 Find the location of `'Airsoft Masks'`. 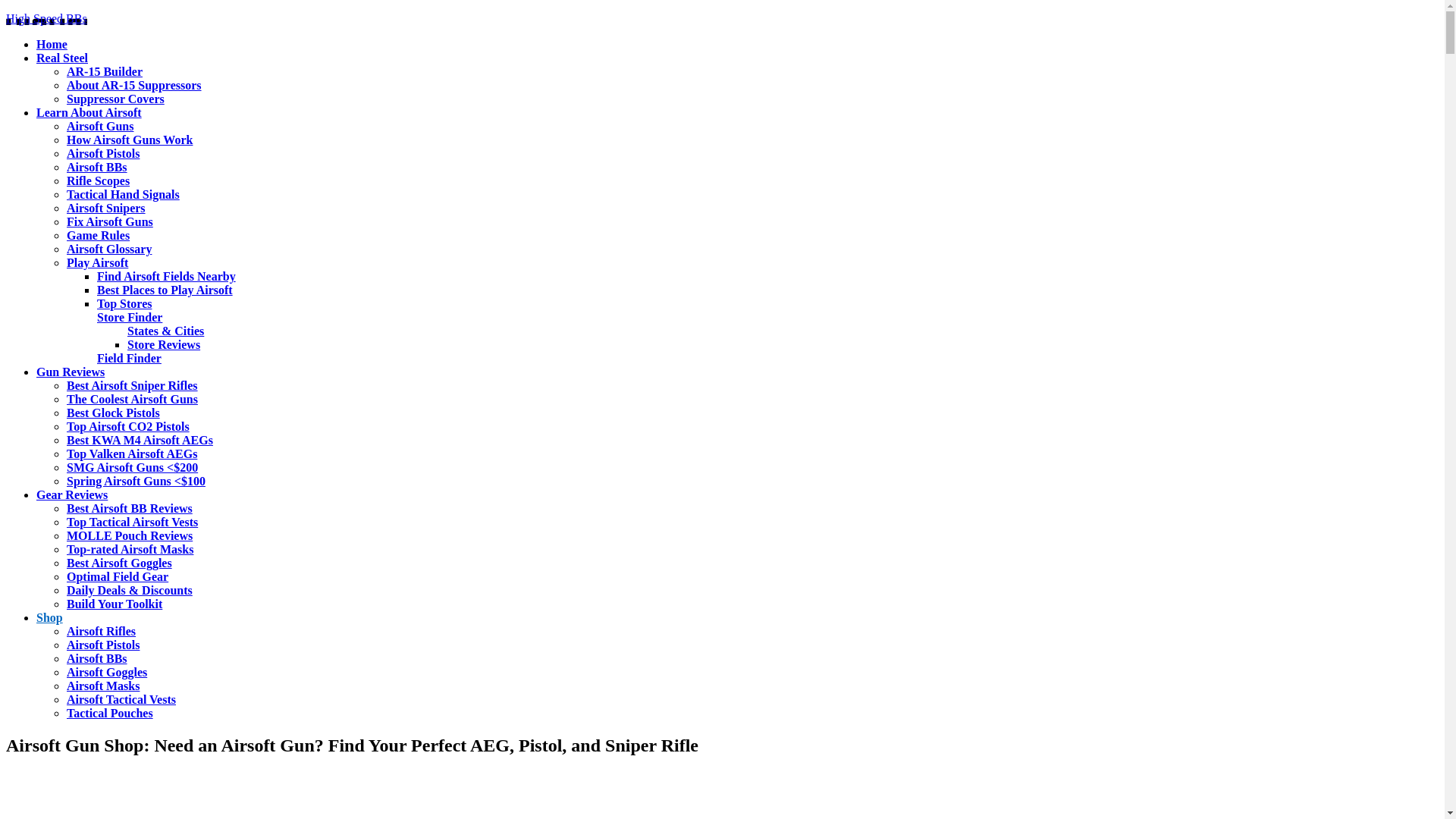

'Airsoft Masks' is located at coordinates (65, 686).